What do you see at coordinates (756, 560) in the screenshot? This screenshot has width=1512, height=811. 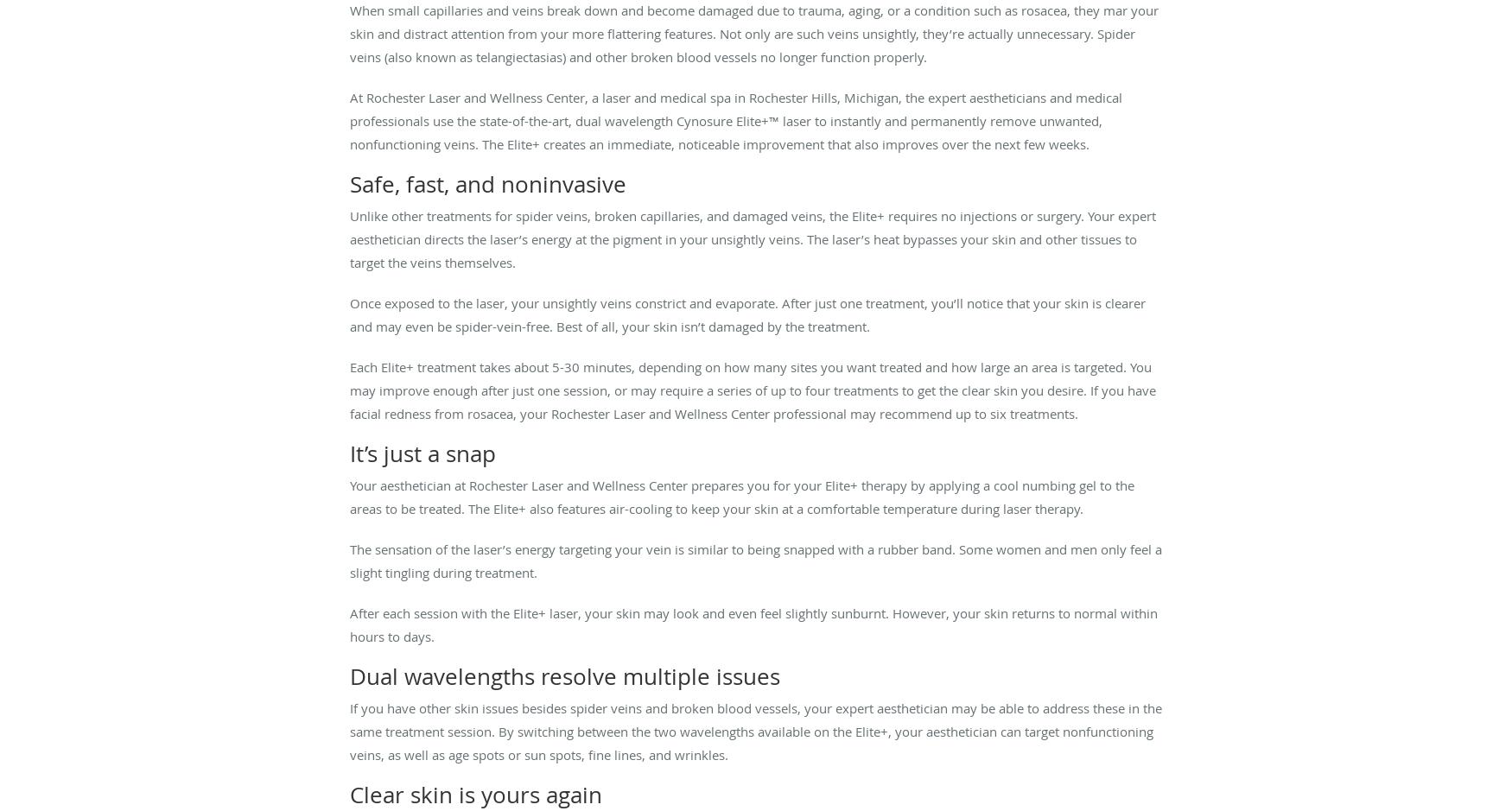 I see `'The sensation of the laser’s energy targeting your vein is similar to being snapped with a rubber band. Some women and men only feel a slight tingling during treatment.'` at bounding box center [756, 560].